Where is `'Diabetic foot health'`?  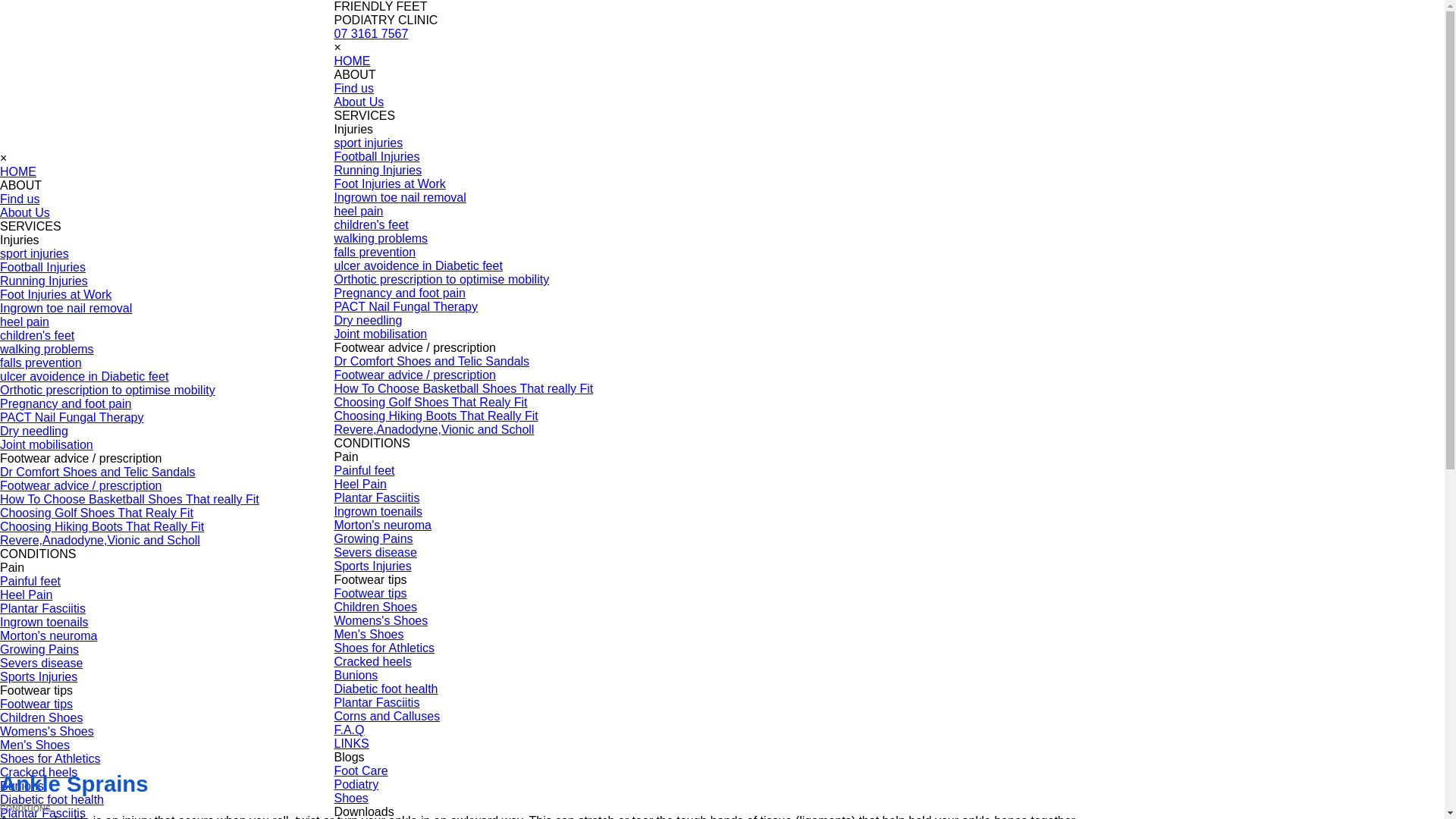
'Diabetic foot health' is located at coordinates (385, 689).